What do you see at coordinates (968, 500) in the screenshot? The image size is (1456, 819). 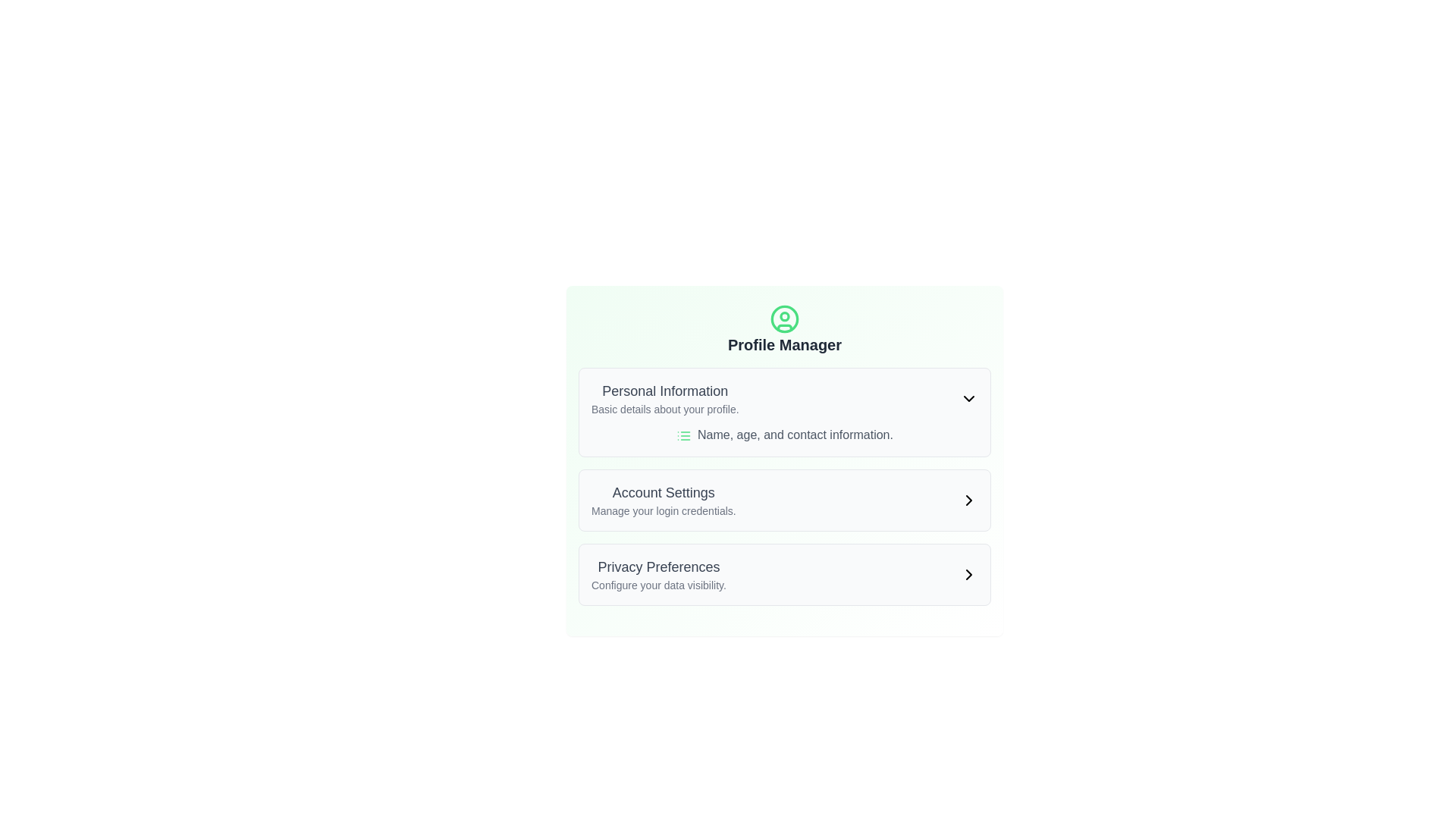 I see `the chevron icon pointing to the right, which is the rightmost component in the 'Account Settings' section` at bounding box center [968, 500].